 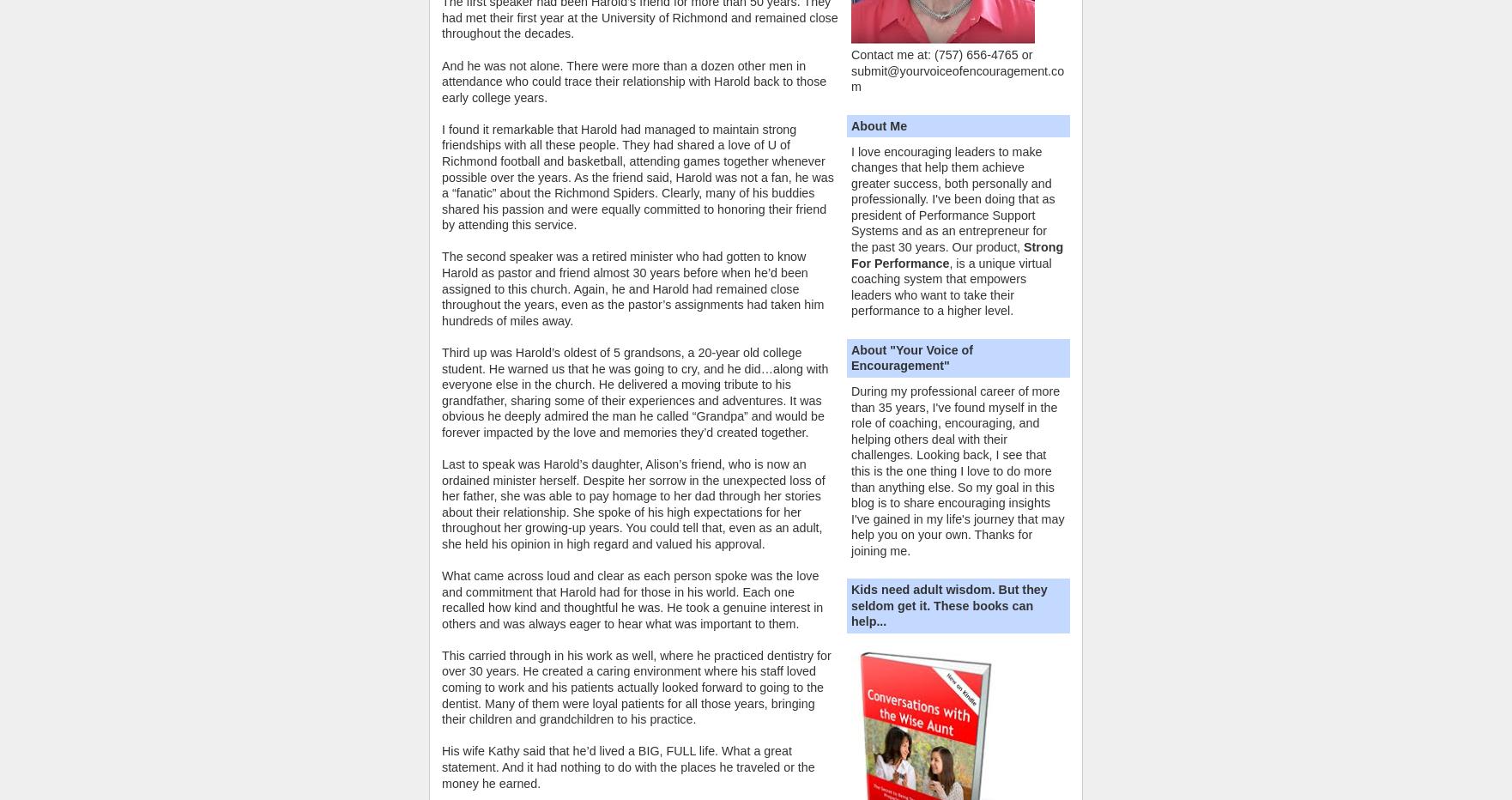 I want to click on 'Strong For Performance', so click(x=957, y=255).